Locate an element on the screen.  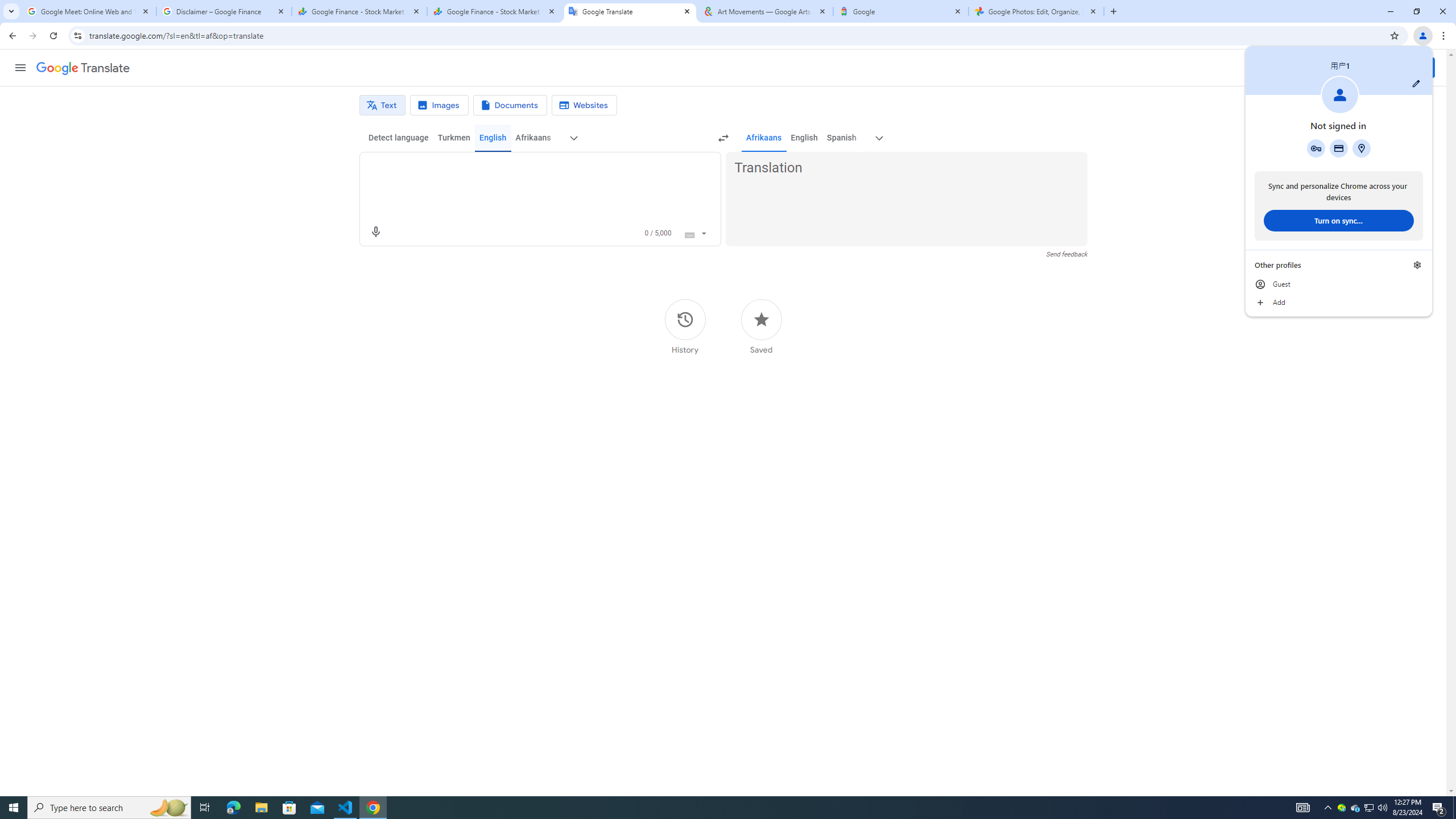
'User Promoted Notification Area' is located at coordinates (1368, 806).